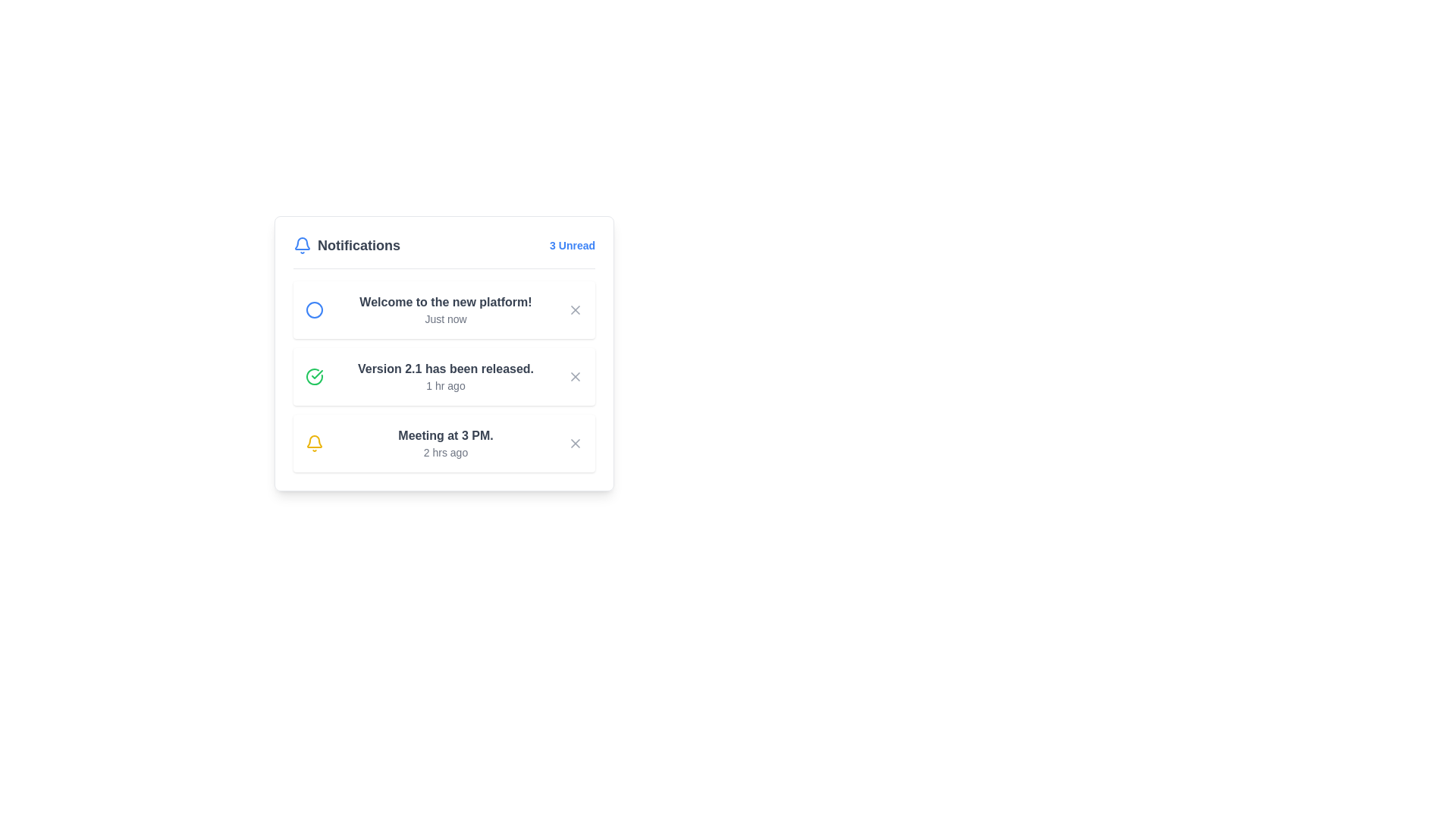 This screenshot has height=819, width=1456. I want to click on the Notification card that informs the user about a recent event or update, located below the 'Welcome to the new platform!' card and above the 'Meeting at 3 PM.' card, so click(443, 353).